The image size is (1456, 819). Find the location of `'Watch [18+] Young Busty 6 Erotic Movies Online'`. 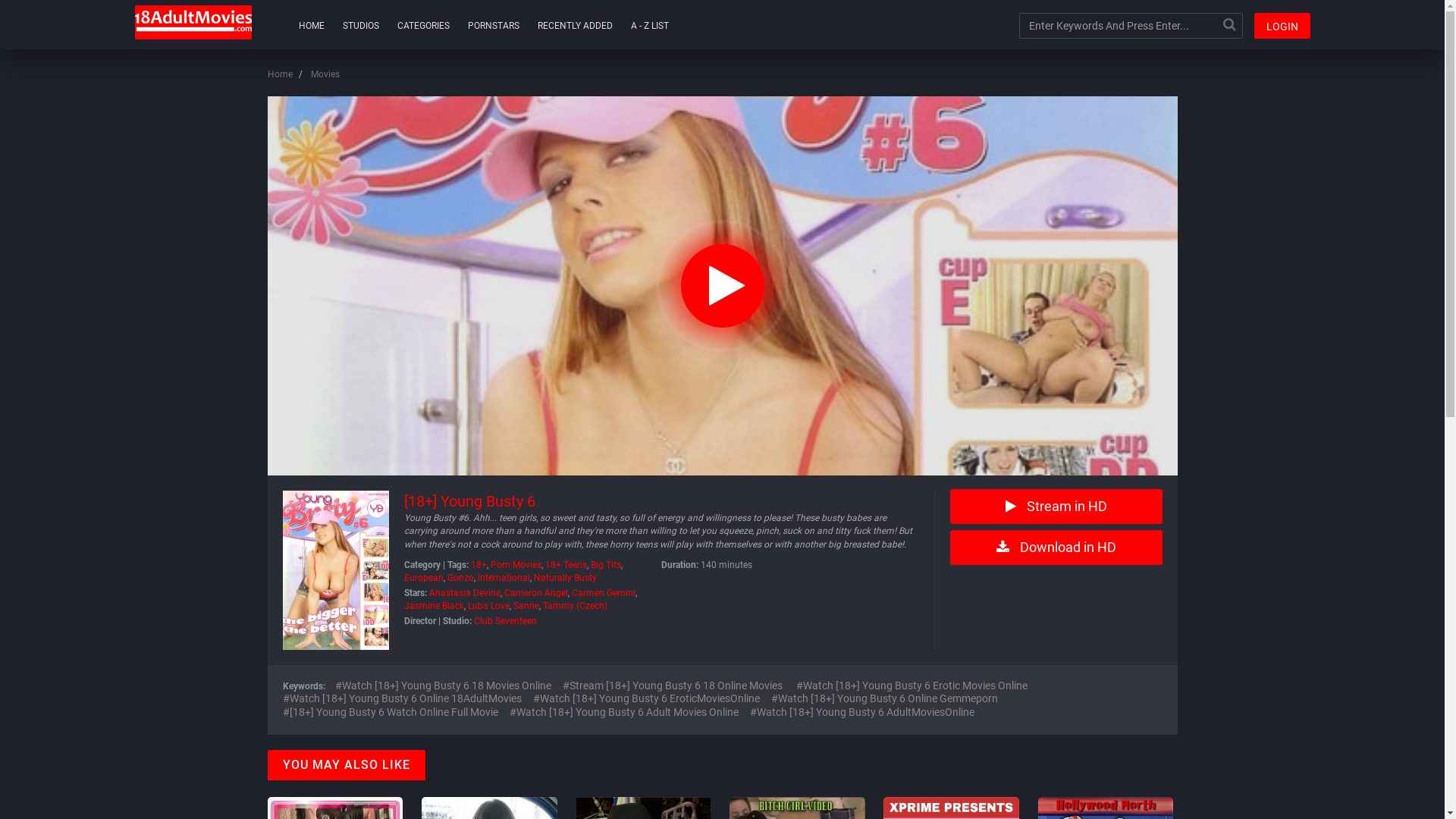

'Watch [18+] Young Busty 6 Erotic Movies Online' is located at coordinates (911, 686).